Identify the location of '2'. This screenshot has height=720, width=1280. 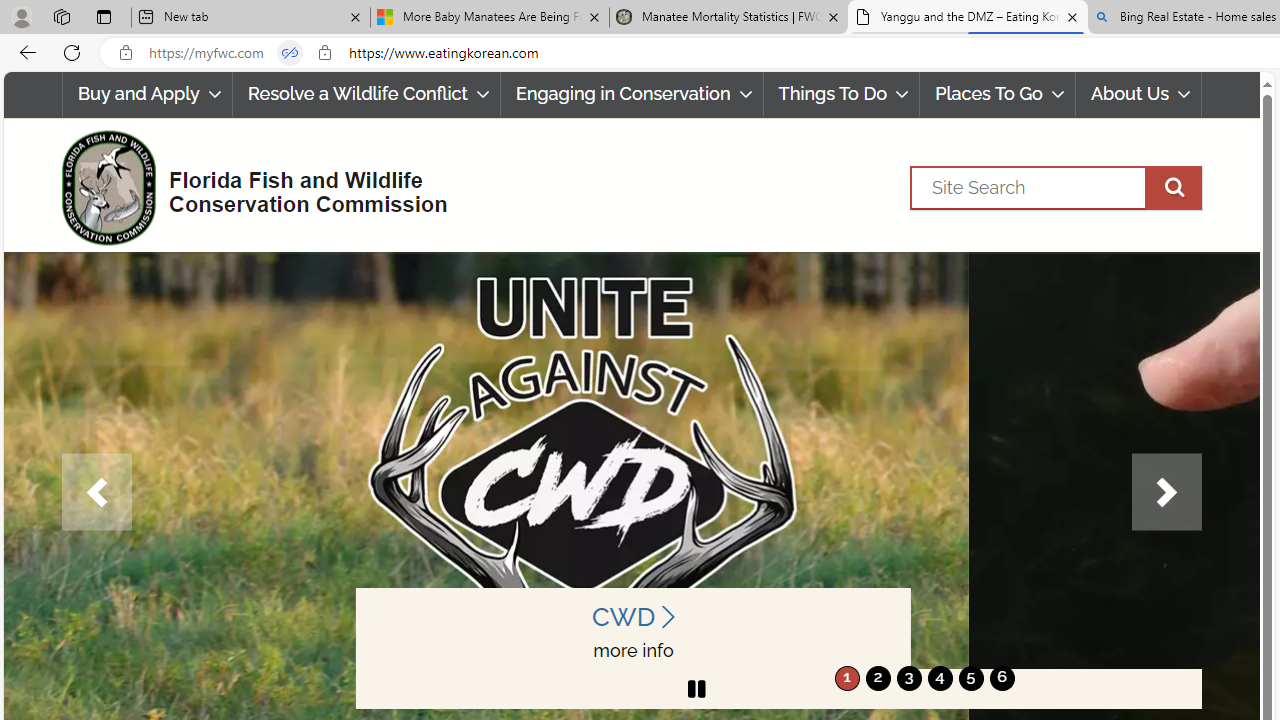
(878, 677).